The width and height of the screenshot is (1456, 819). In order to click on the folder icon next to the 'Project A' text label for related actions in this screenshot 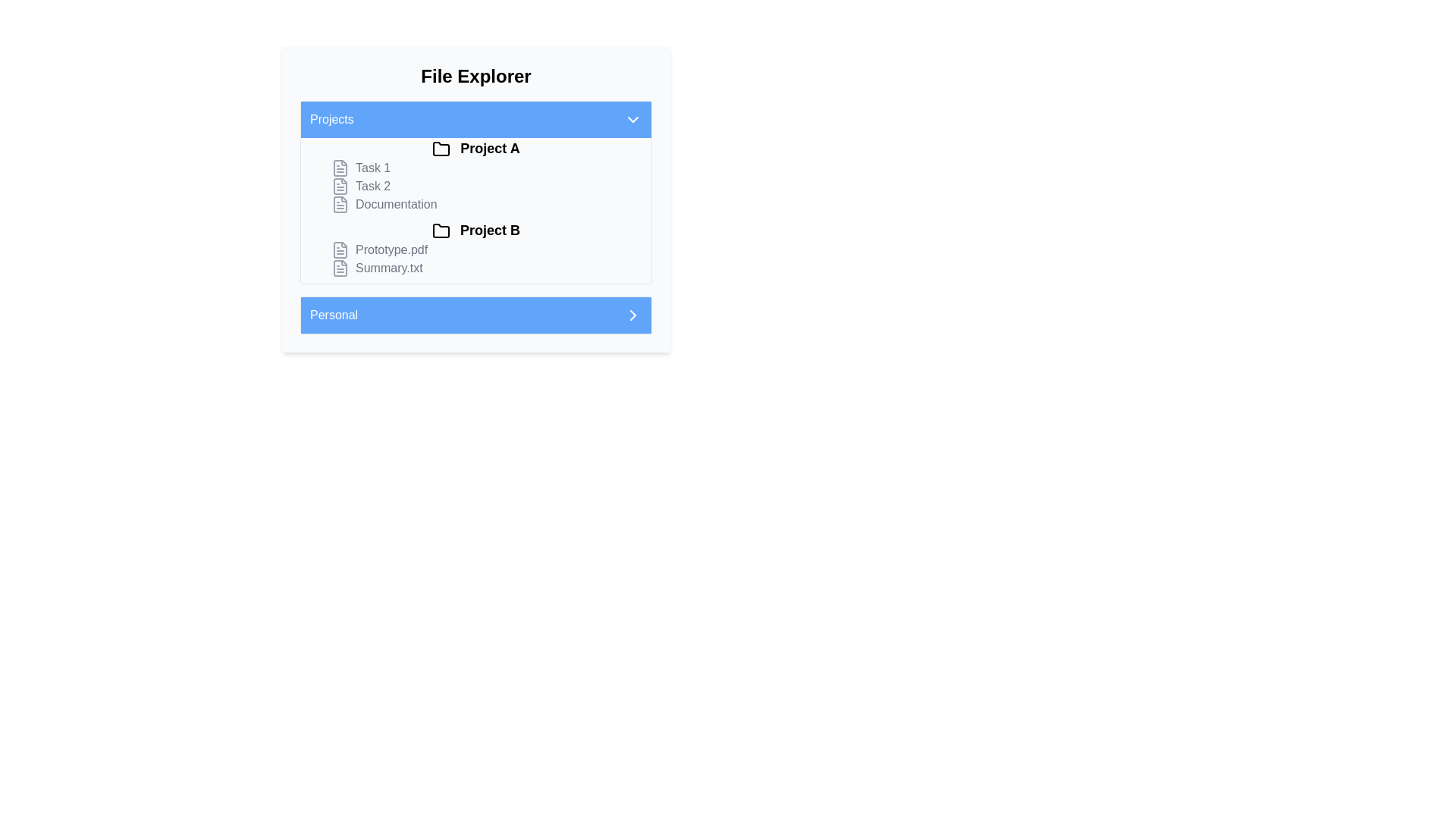, I will do `click(475, 149)`.